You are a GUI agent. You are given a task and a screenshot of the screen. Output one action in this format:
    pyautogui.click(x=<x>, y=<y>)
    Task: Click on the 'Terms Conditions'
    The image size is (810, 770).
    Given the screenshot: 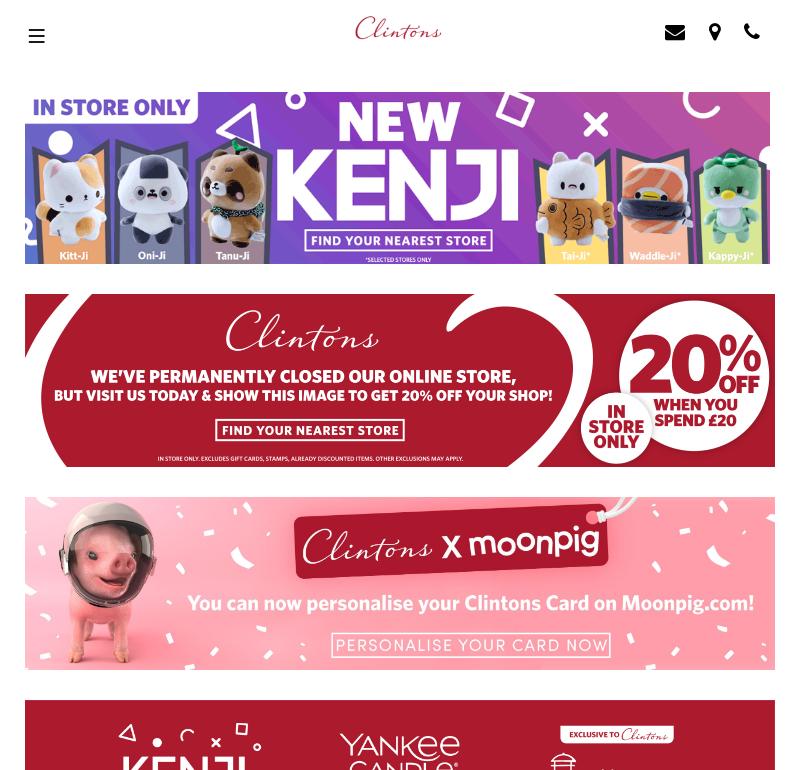 What is the action you would take?
    pyautogui.click(x=86, y=650)
    